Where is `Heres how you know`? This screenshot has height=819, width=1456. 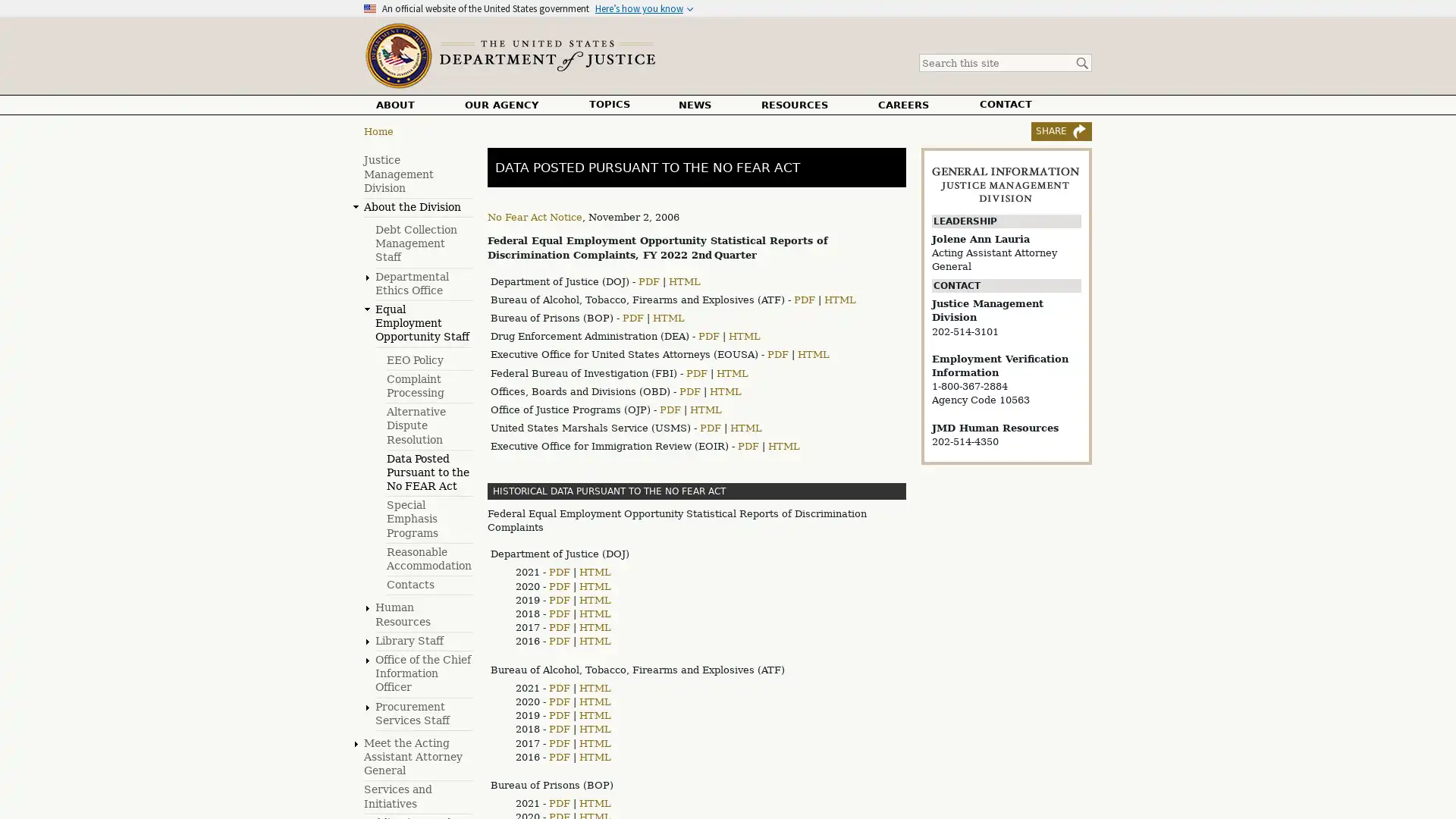 Heres how you know is located at coordinates (644, 8).